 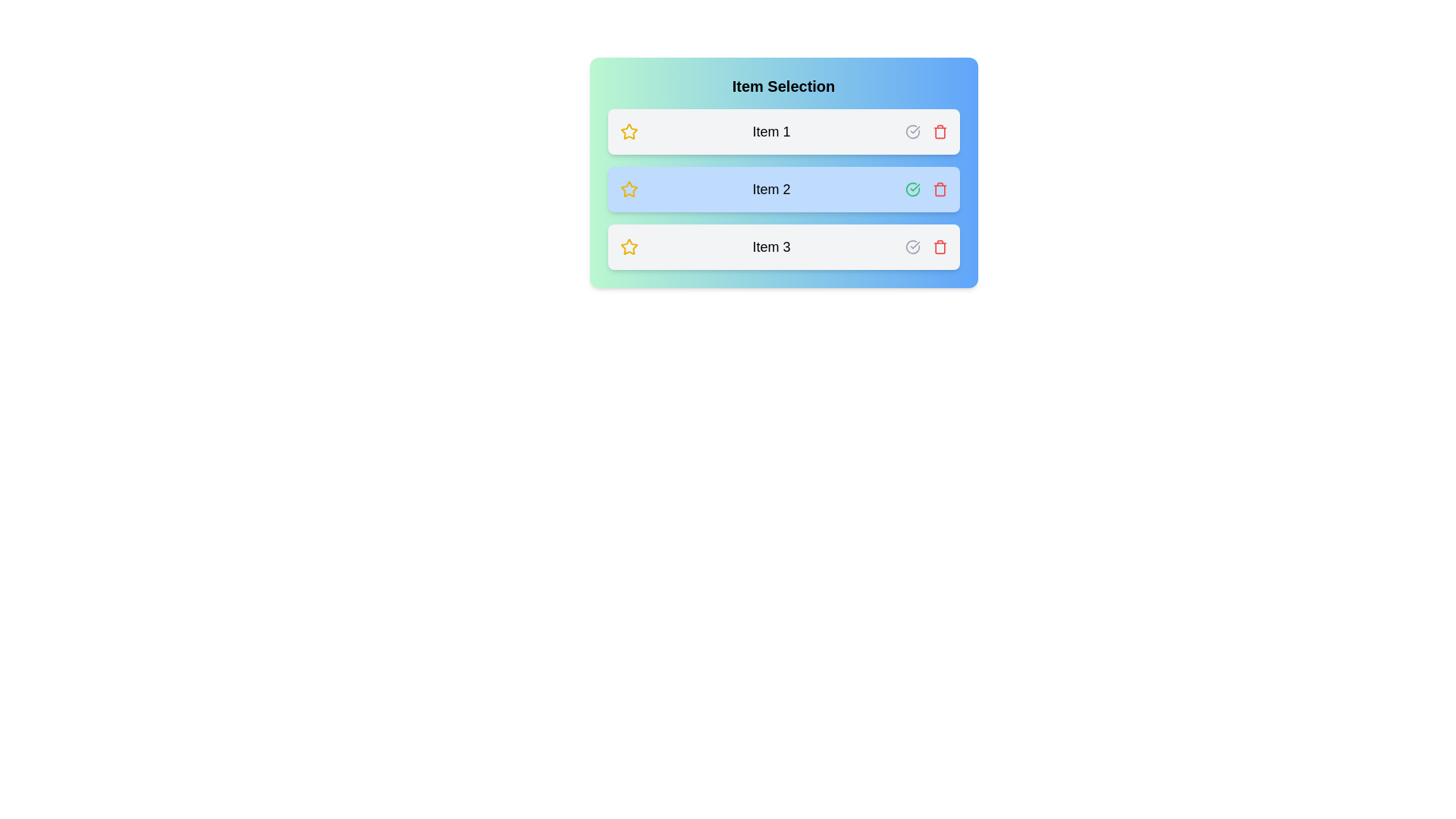 What do you see at coordinates (939, 246) in the screenshot?
I see `the trash icon corresponding to the item Item 3 to remove it from the list` at bounding box center [939, 246].